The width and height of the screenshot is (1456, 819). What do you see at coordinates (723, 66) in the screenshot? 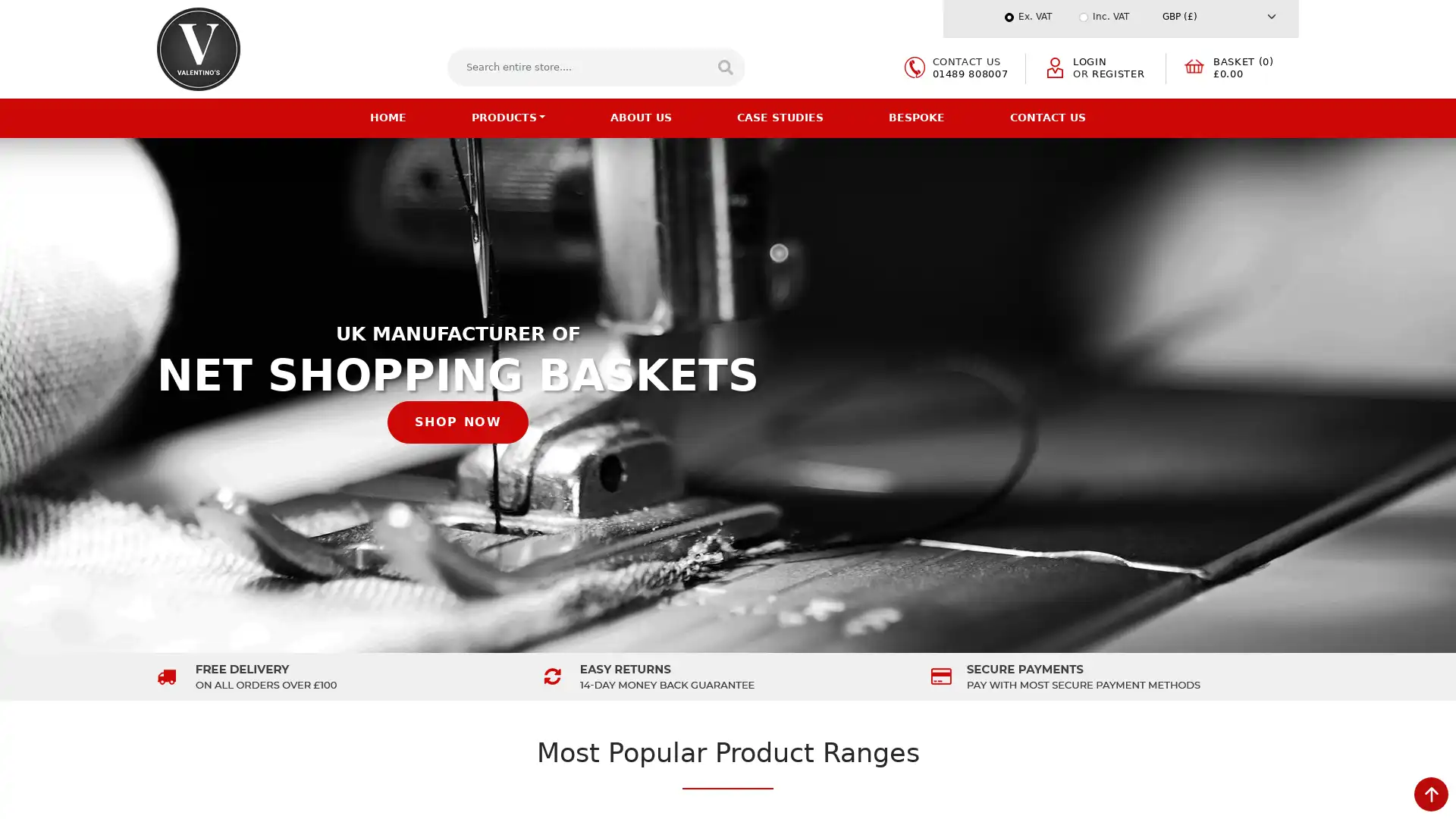
I see `Search entire store` at bounding box center [723, 66].